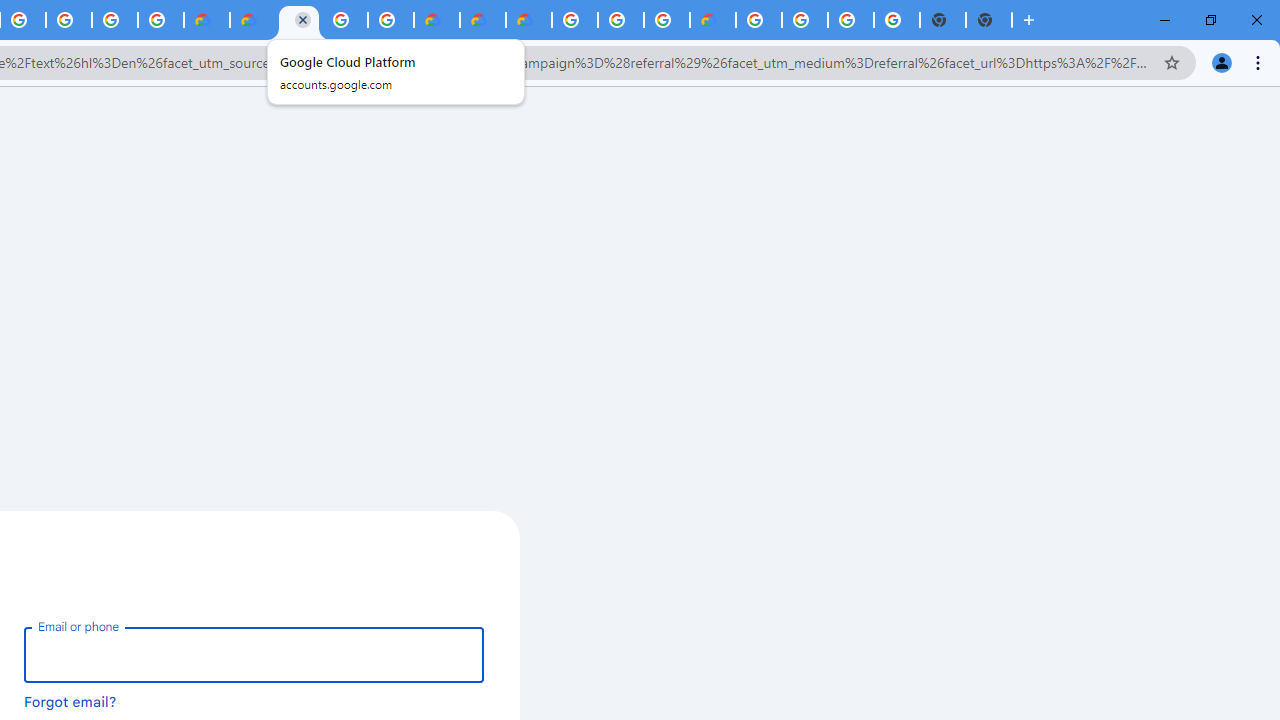  I want to click on 'Customer Care | Google Cloud', so click(435, 20).